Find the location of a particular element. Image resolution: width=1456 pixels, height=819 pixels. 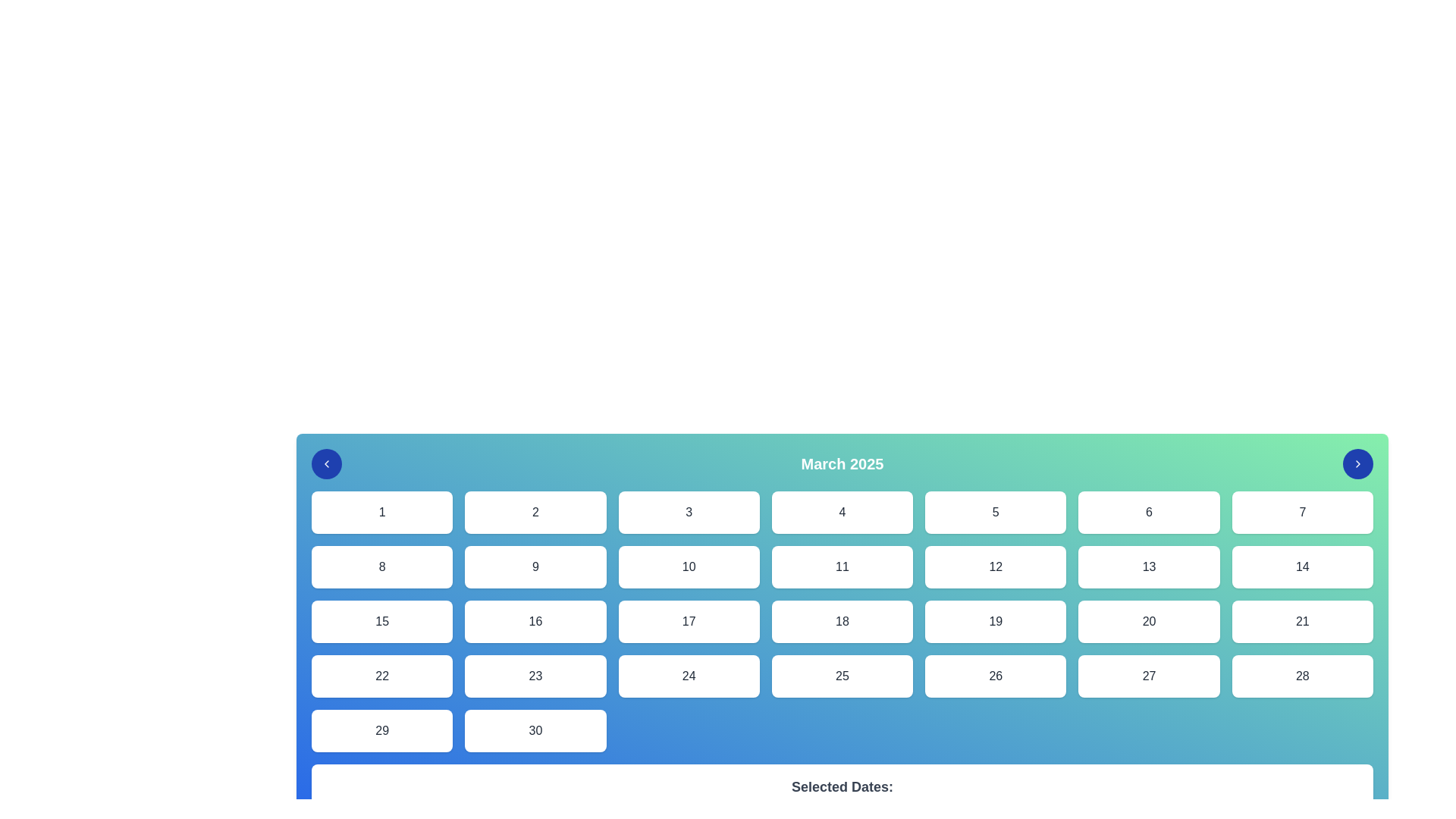

the chevron icon located is located at coordinates (1357, 463).